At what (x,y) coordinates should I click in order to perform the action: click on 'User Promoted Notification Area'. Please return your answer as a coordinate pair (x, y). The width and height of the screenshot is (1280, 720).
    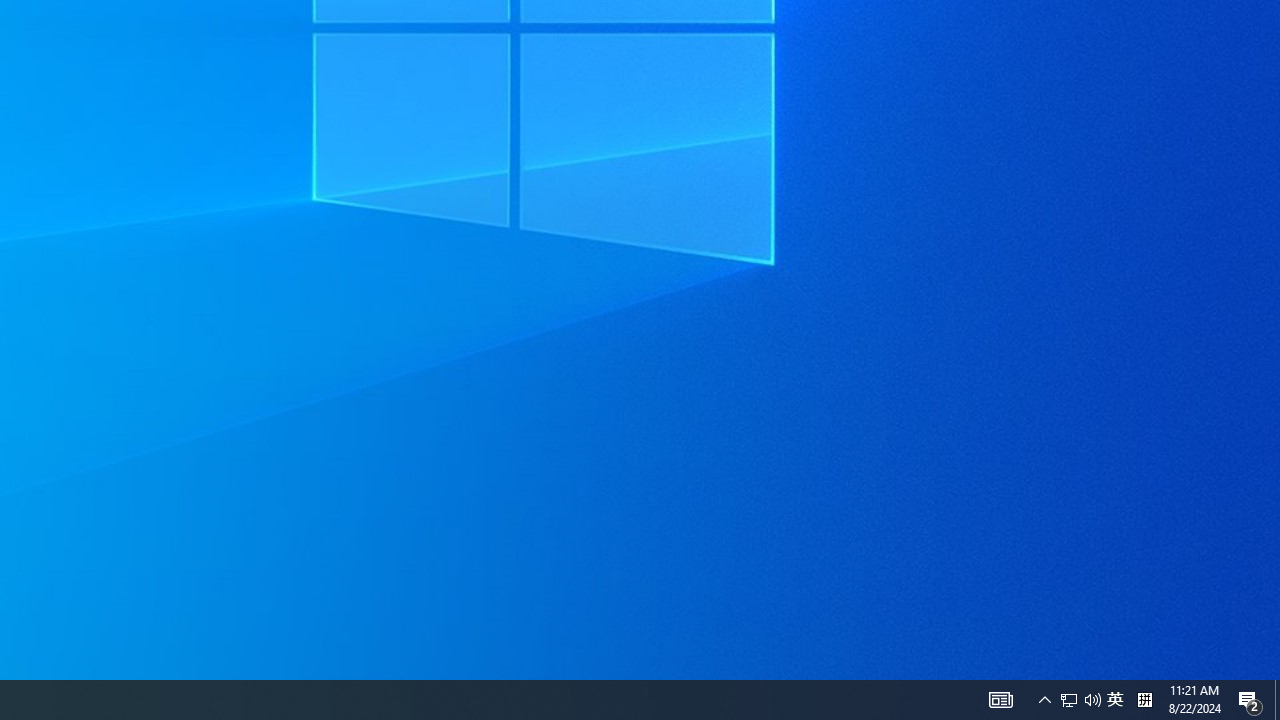
    Looking at the image, I should click on (1068, 698).